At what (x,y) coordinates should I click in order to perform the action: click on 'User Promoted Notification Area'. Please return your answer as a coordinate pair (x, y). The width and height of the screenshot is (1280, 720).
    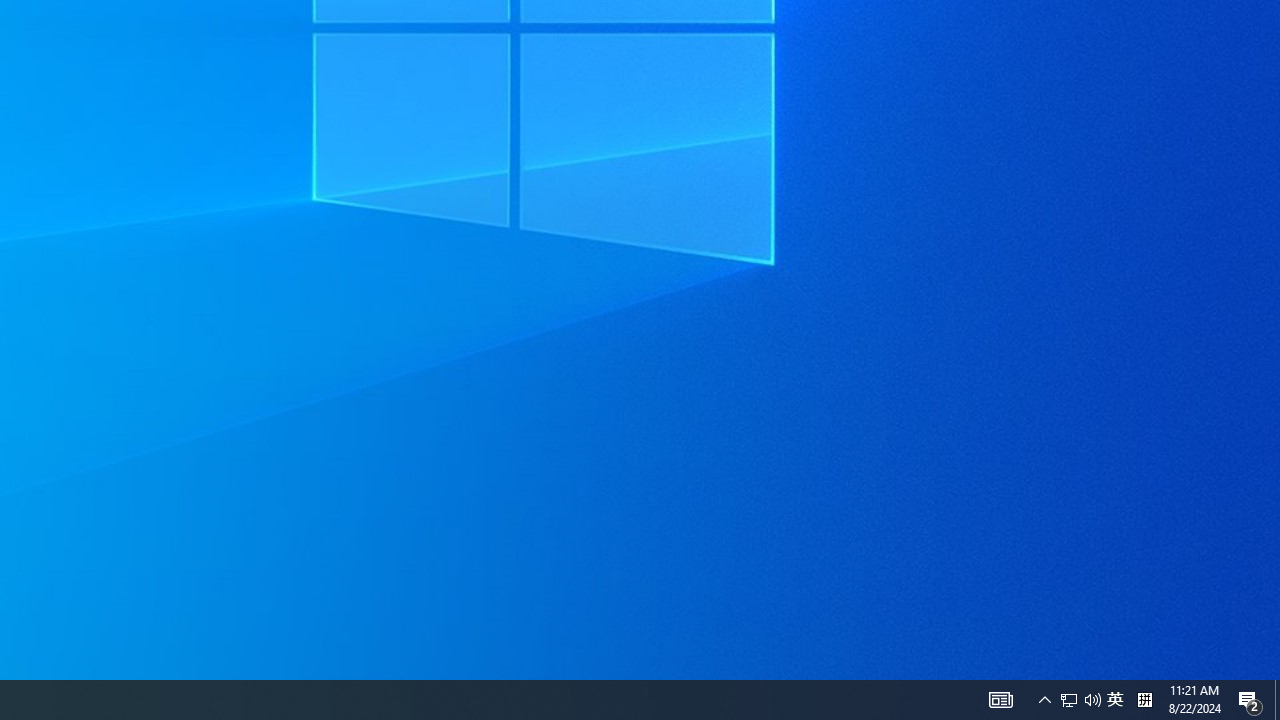
    Looking at the image, I should click on (1068, 698).